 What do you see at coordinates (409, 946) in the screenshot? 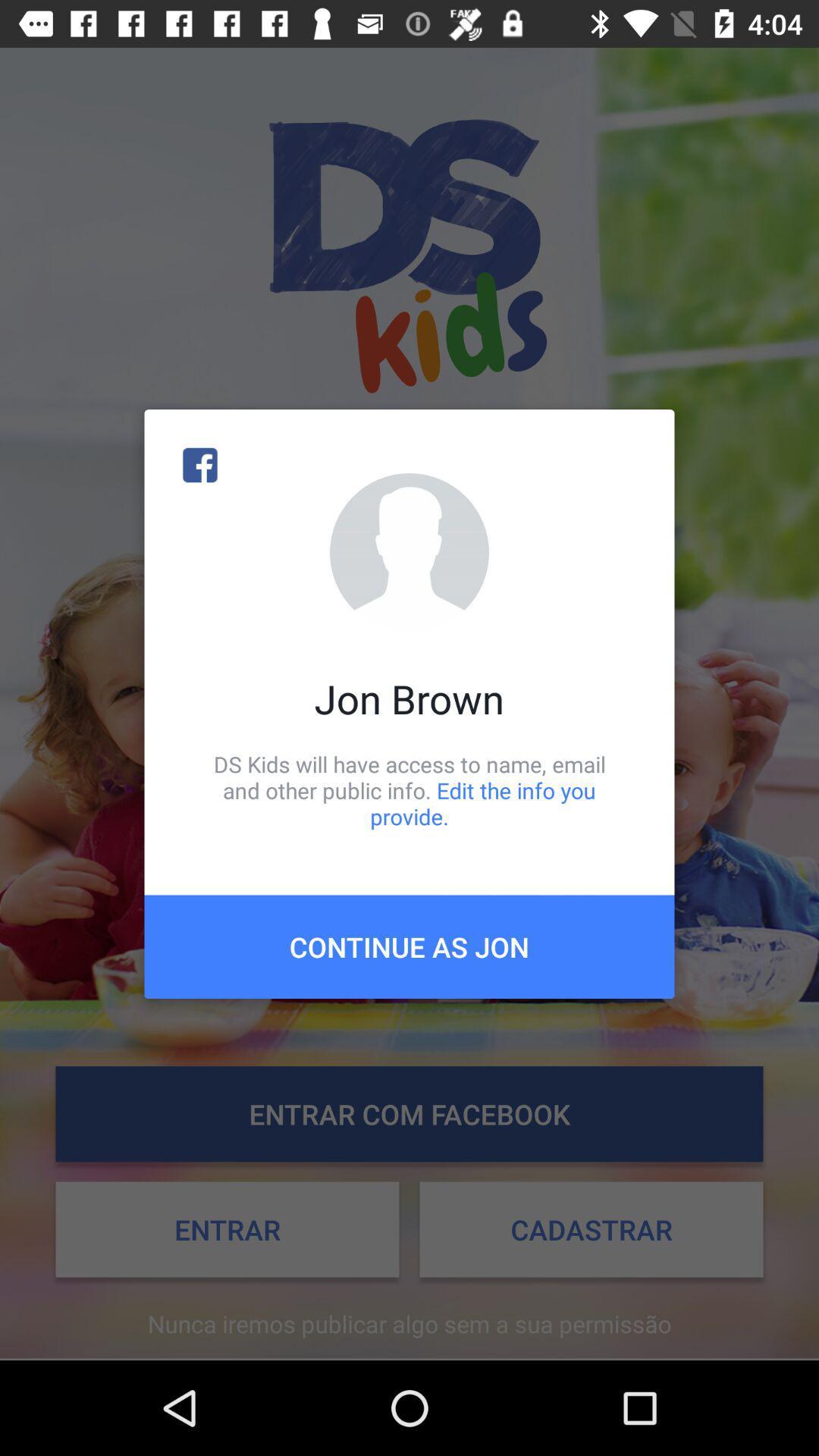
I see `continue as jon` at bounding box center [409, 946].